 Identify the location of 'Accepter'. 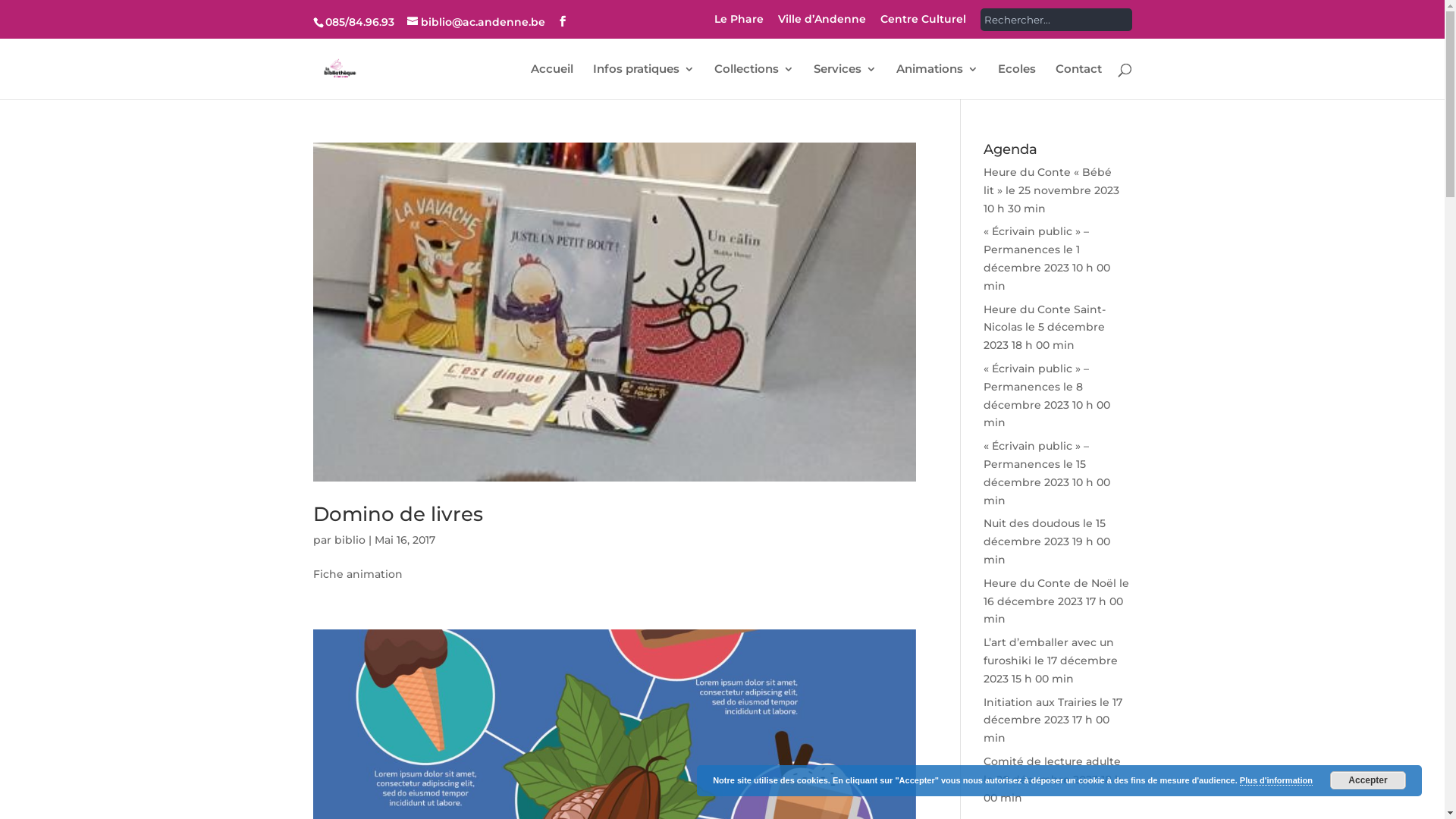
(1368, 780).